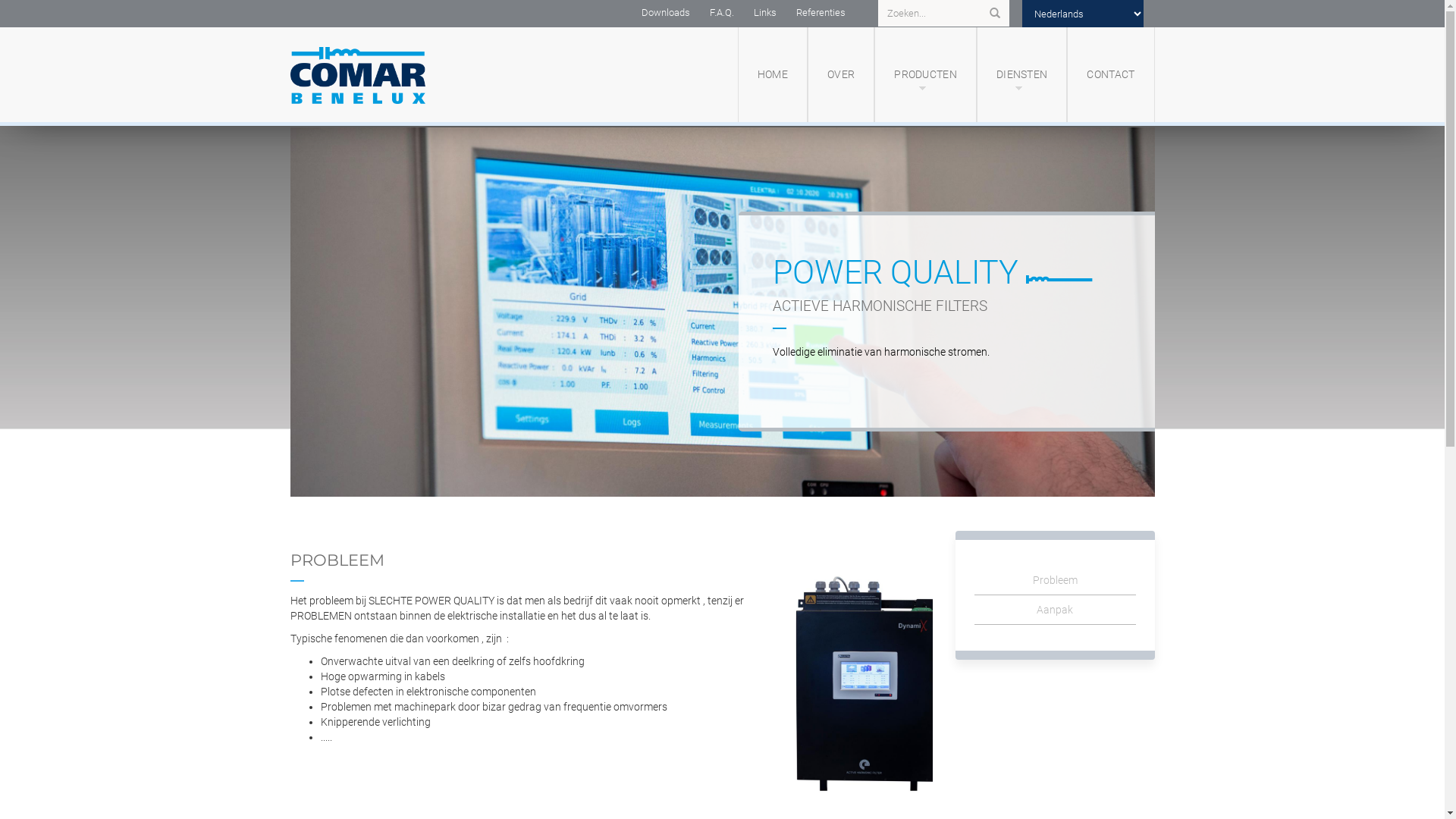 The width and height of the screenshot is (1456, 819). I want to click on 'Links', so click(764, 12).